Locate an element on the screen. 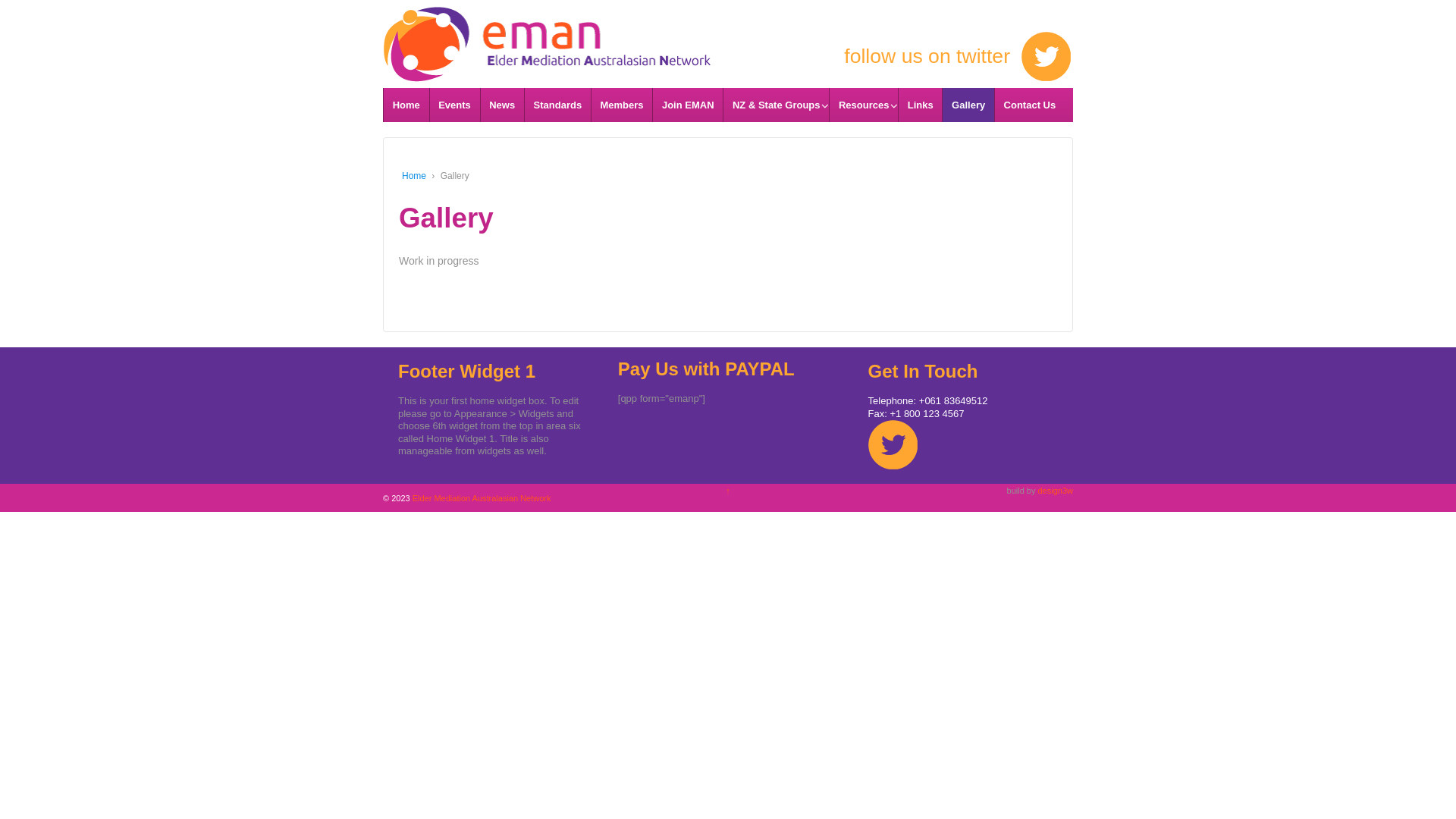  'Home' is located at coordinates (414, 174).